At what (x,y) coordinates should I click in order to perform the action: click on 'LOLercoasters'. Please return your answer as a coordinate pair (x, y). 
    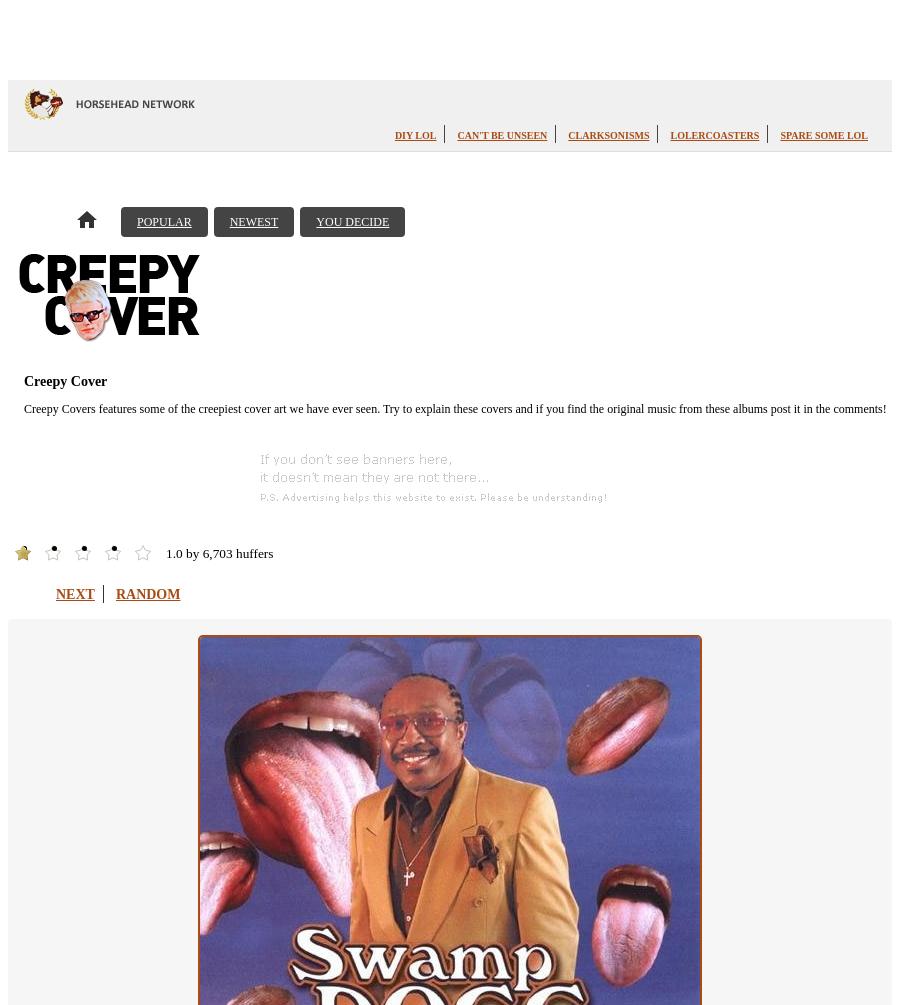
    Looking at the image, I should click on (713, 135).